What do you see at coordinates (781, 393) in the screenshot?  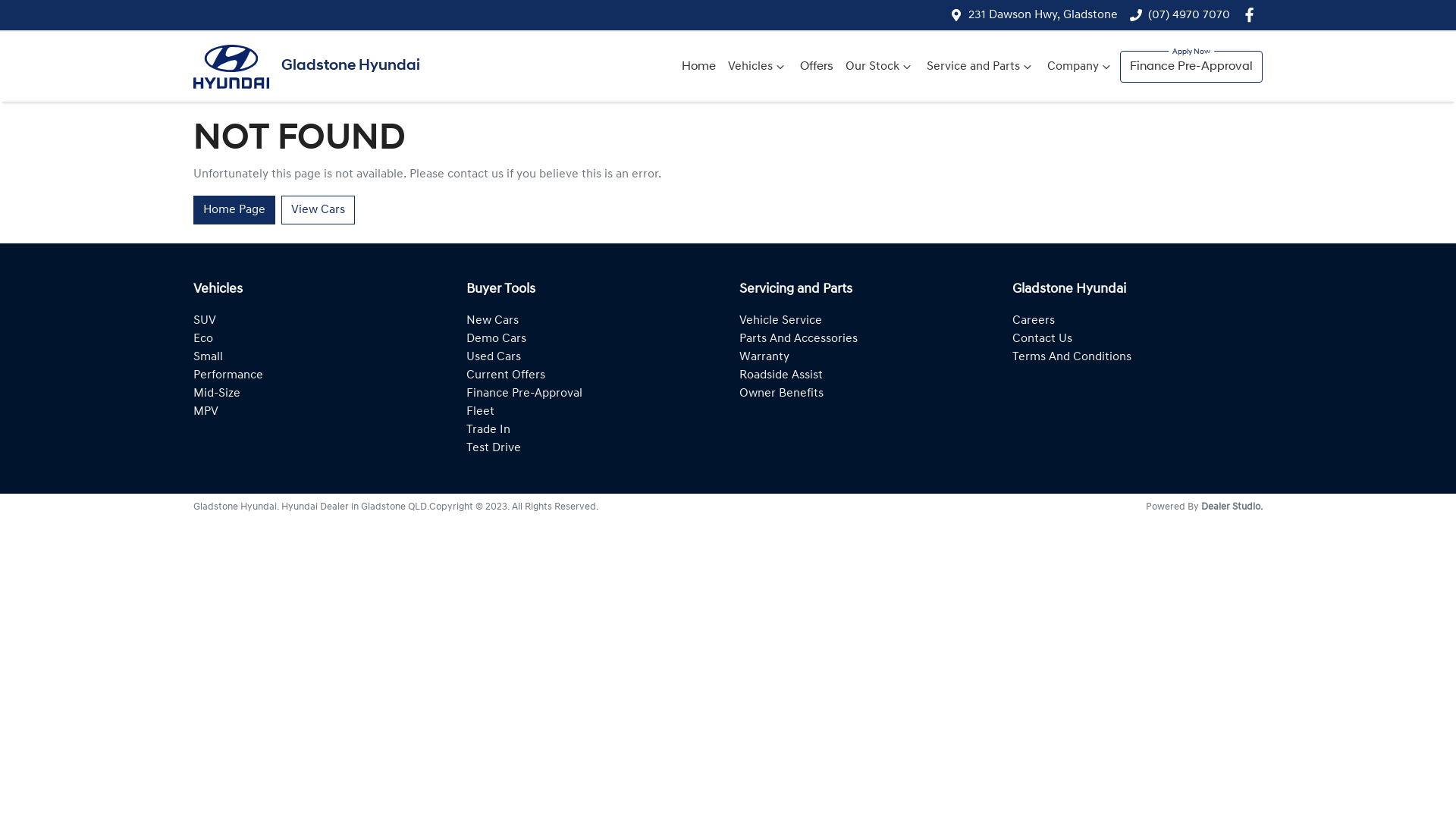 I see `'Owner Benefits'` at bounding box center [781, 393].